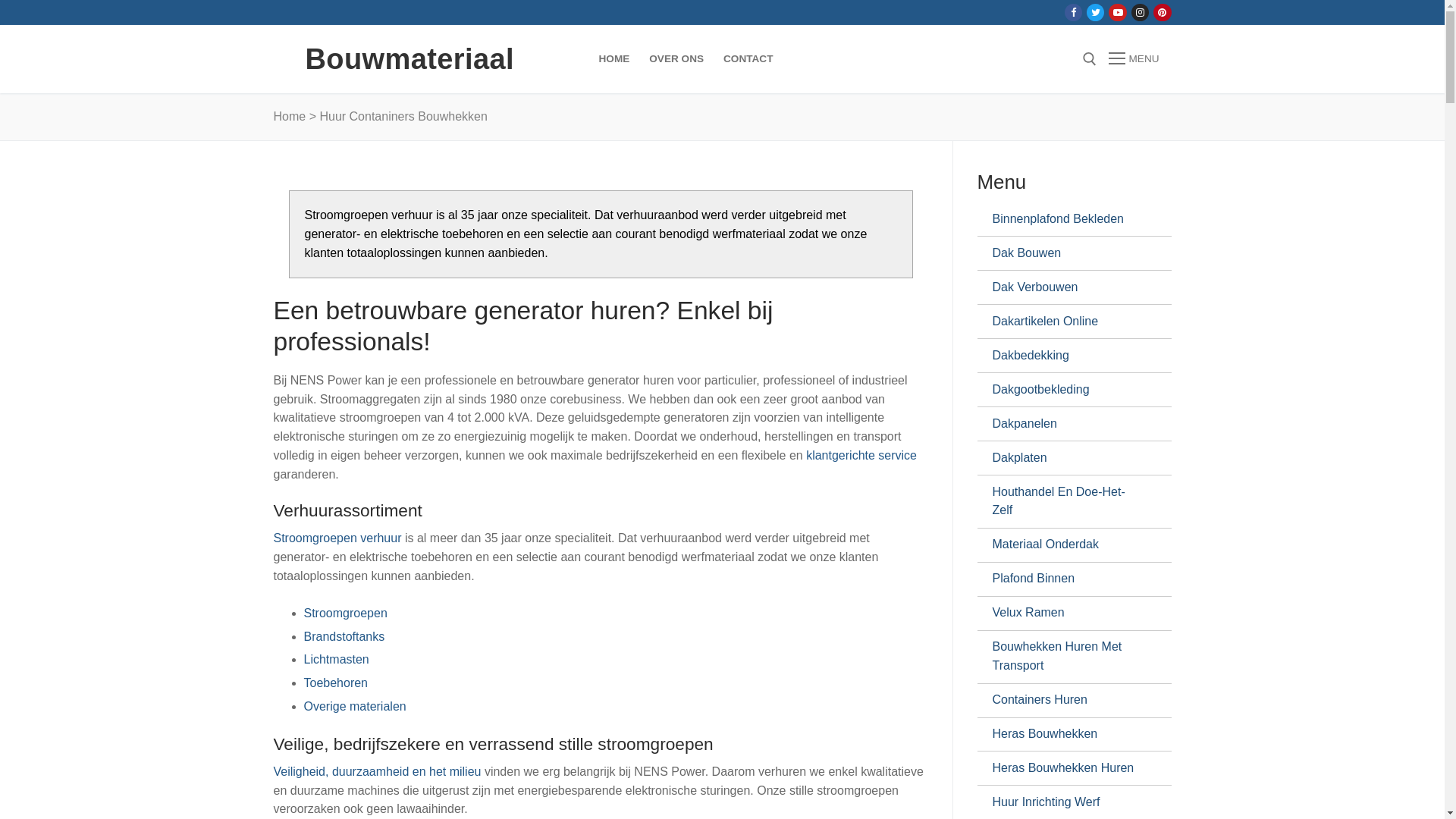 The image size is (1456, 819). I want to click on 'Stroomgroepen verhuur', so click(337, 537).